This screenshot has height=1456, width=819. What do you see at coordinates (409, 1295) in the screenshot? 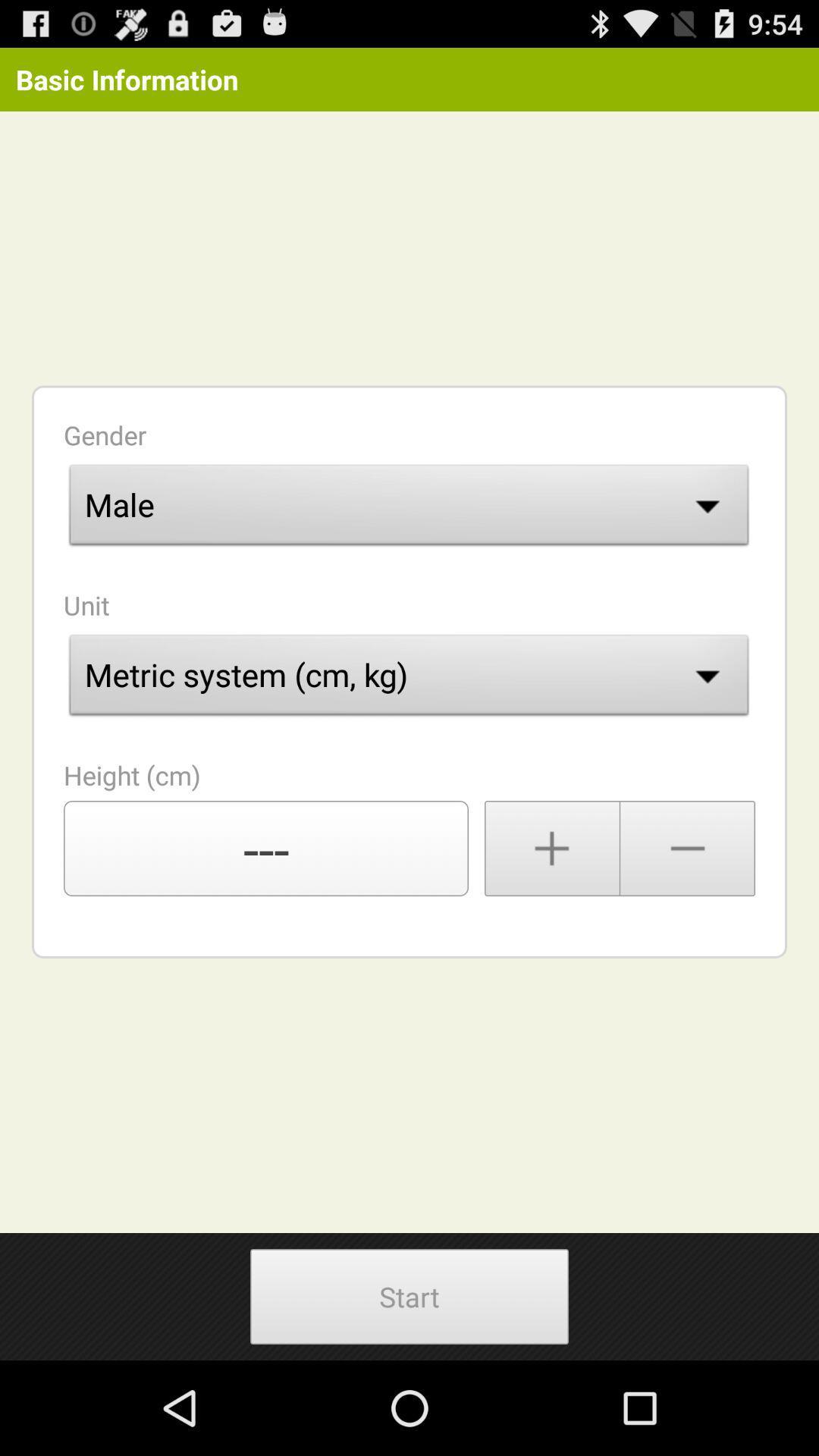
I see `start button` at bounding box center [409, 1295].